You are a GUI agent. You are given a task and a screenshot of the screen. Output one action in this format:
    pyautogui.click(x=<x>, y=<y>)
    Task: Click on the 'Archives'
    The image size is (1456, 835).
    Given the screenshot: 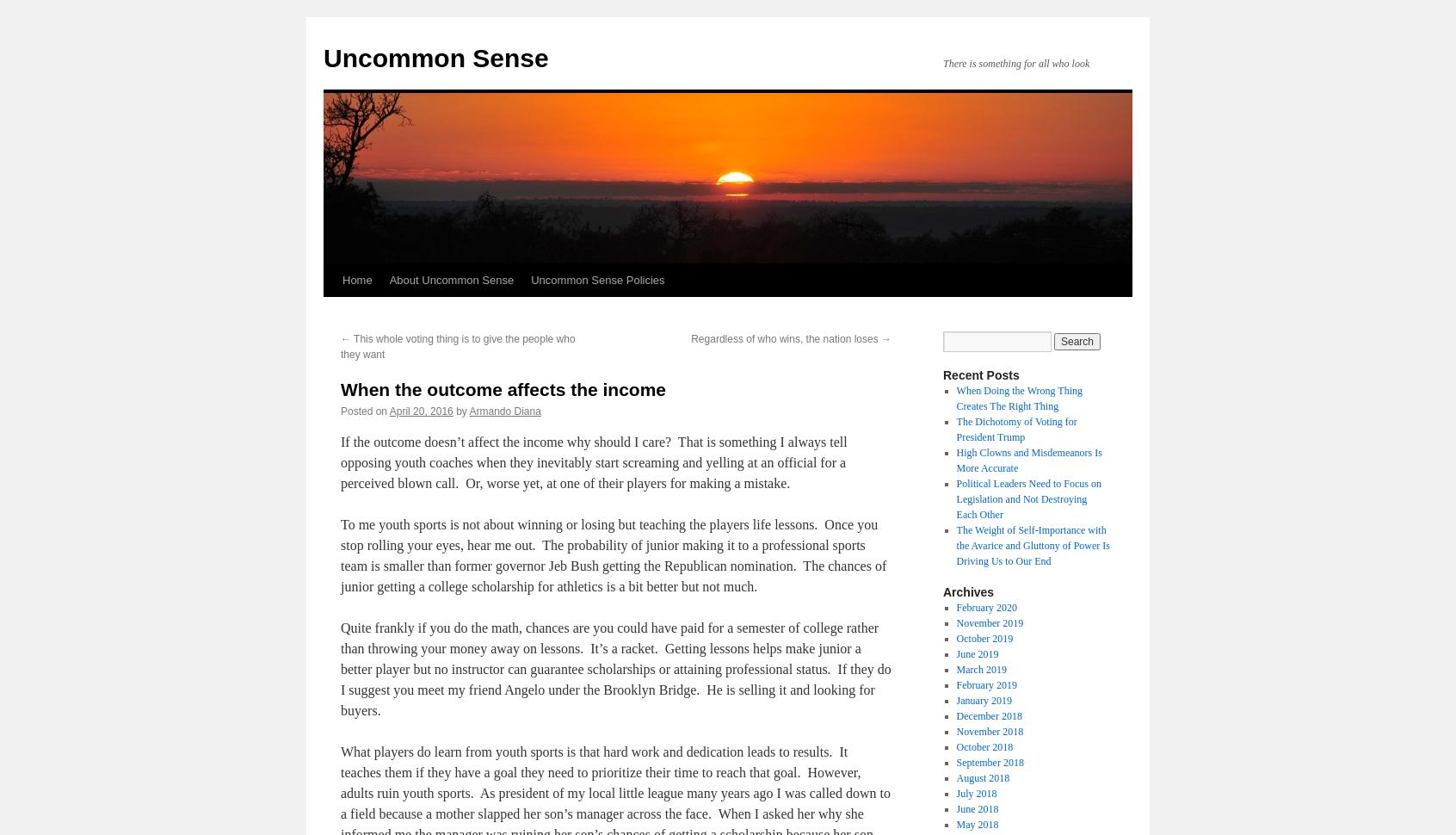 What is the action you would take?
    pyautogui.click(x=943, y=592)
    